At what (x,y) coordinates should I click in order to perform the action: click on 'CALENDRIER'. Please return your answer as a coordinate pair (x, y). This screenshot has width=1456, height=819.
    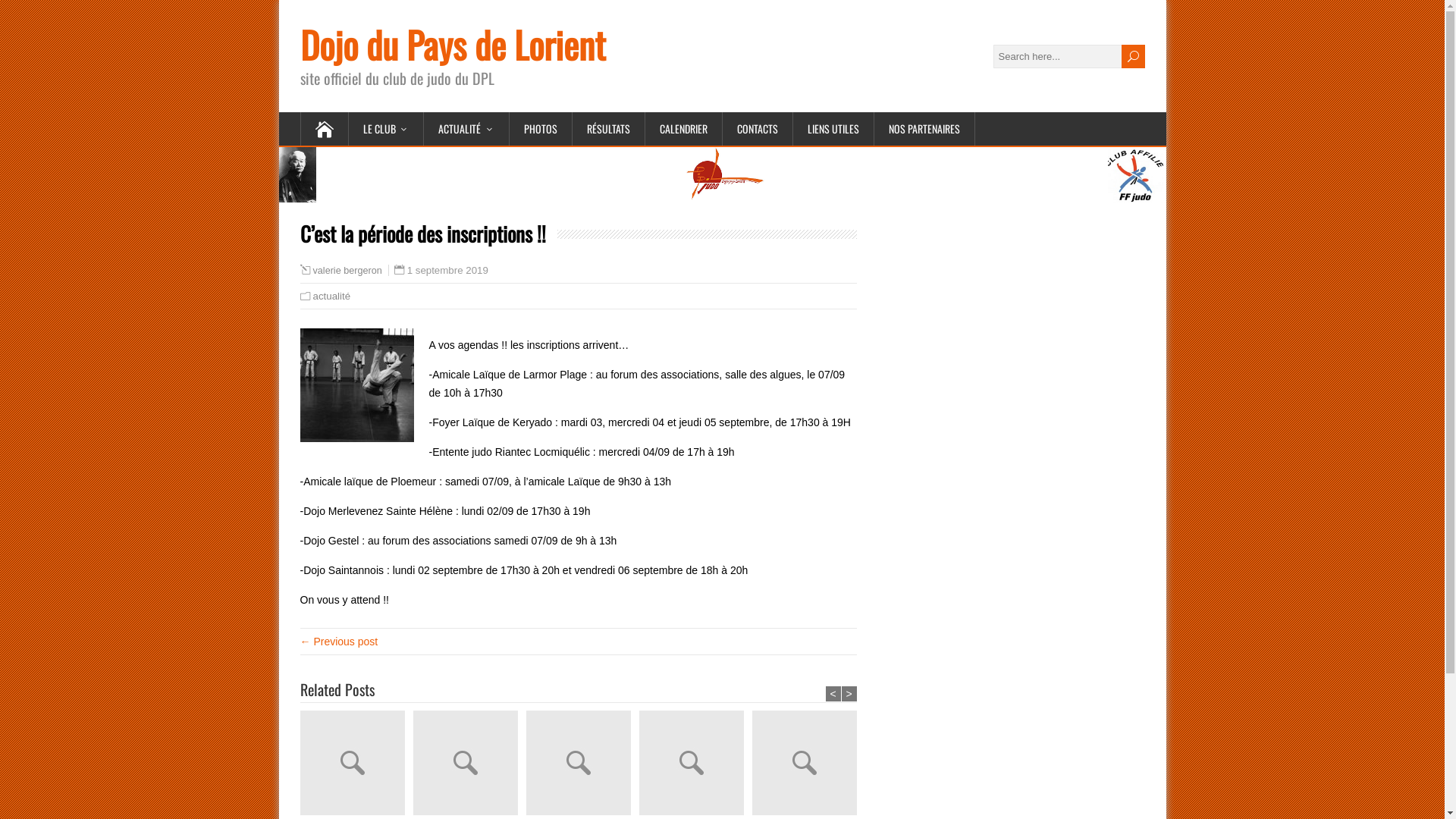
    Looking at the image, I should click on (644, 127).